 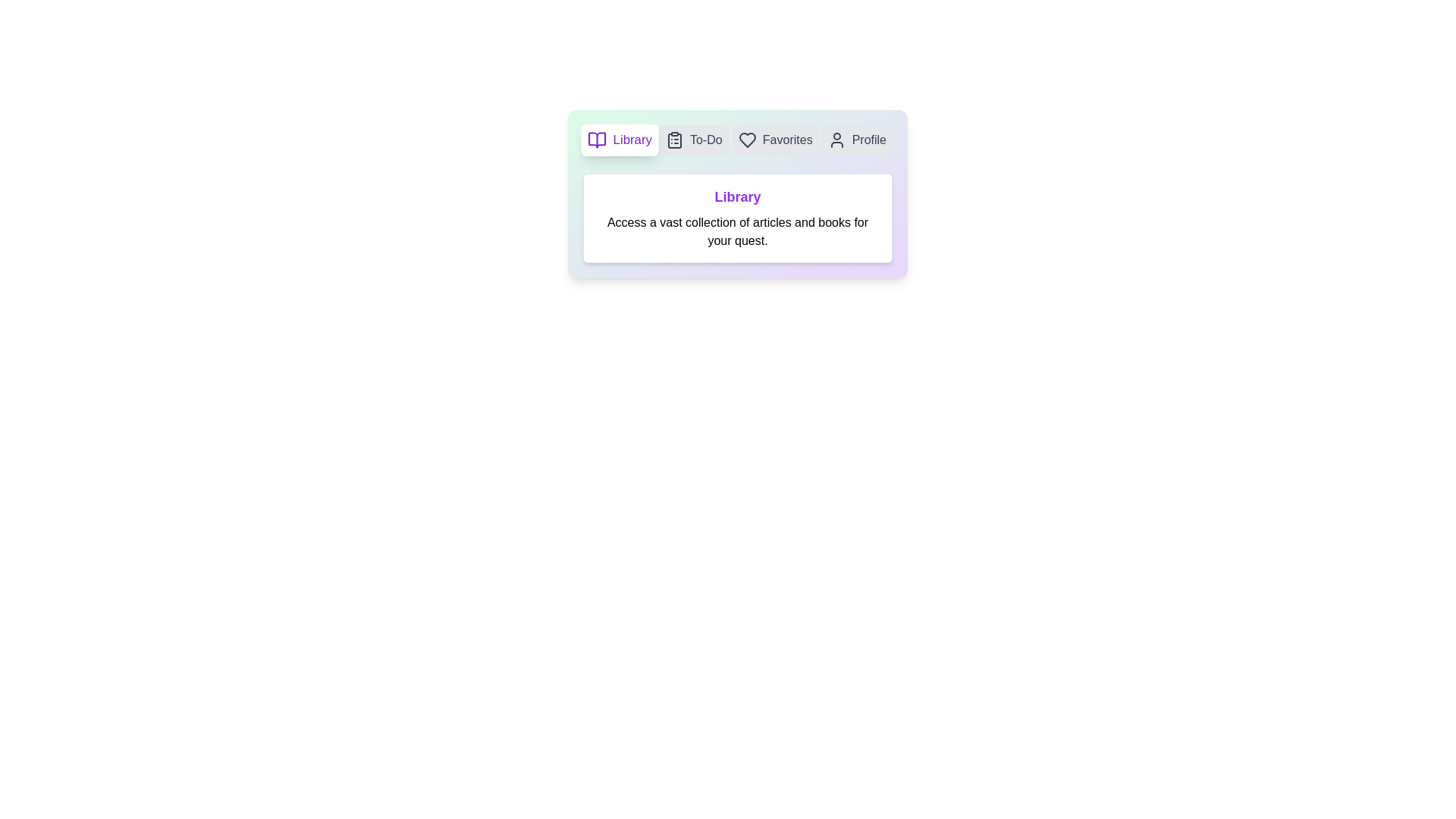 I want to click on the tab labeled Favorites to preview its interactive state, so click(x=775, y=140).